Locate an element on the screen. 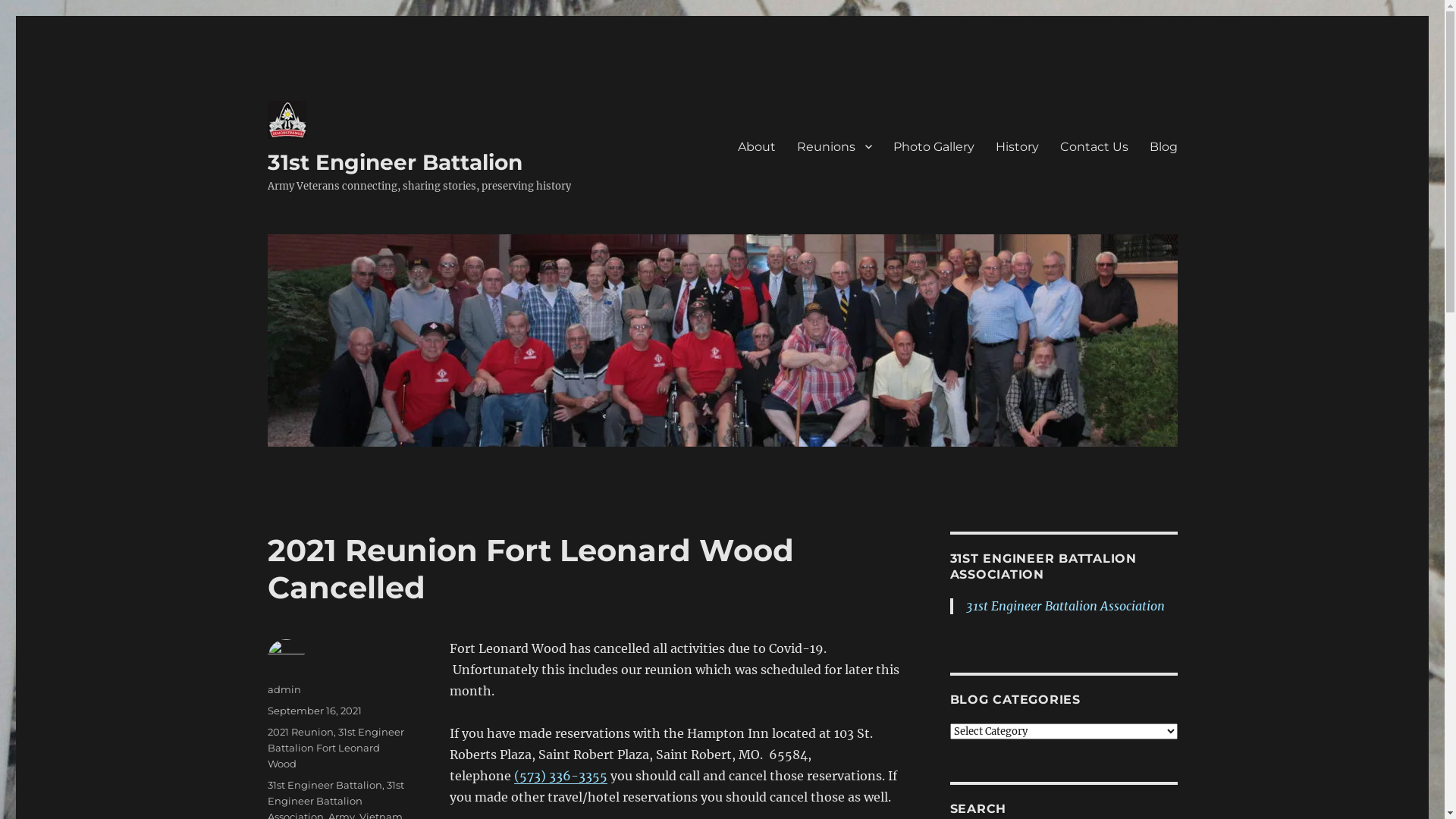 The height and width of the screenshot is (819, 1456). '31st Engineer Battalion' is located at coordinates (394, 162).